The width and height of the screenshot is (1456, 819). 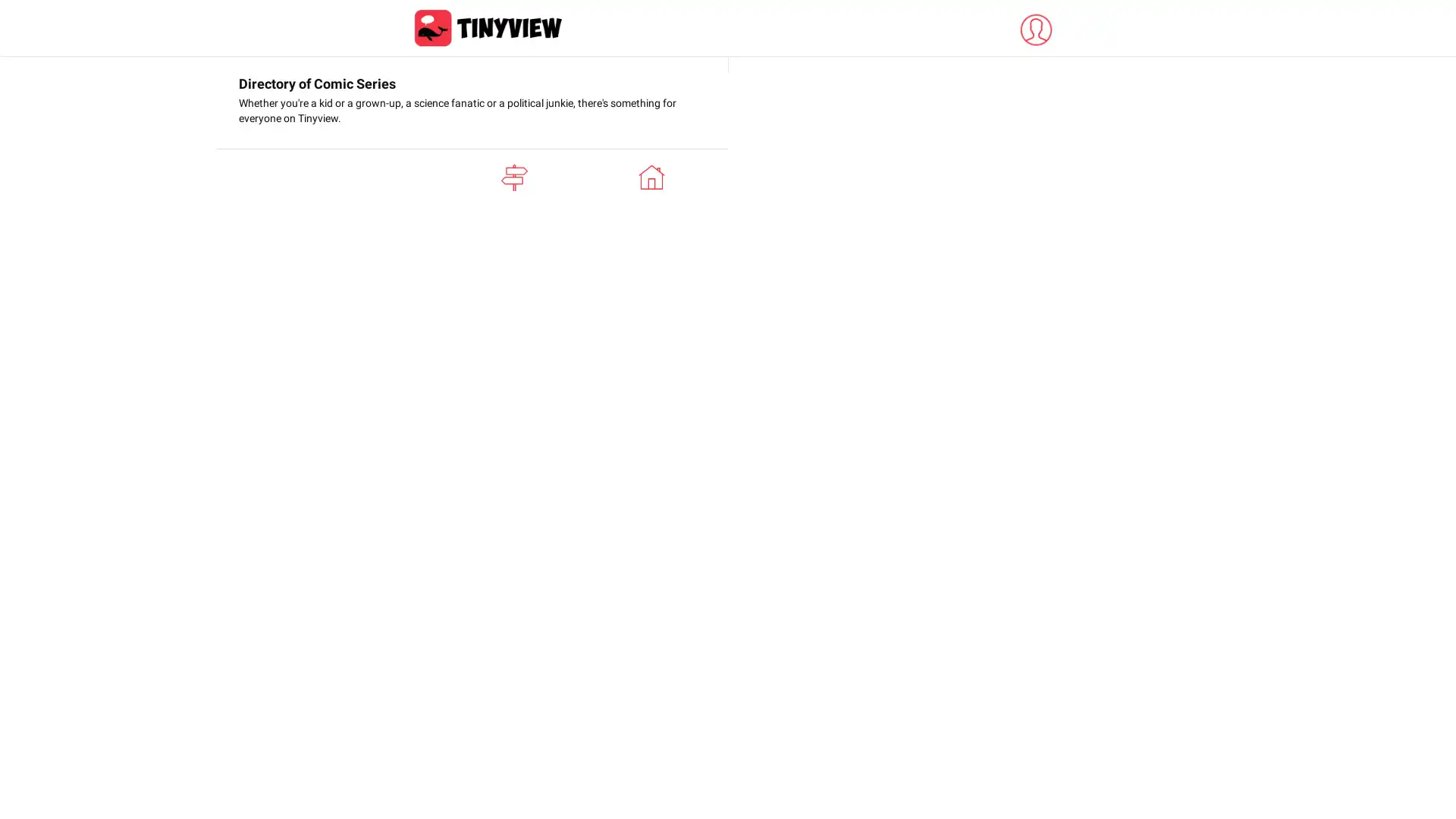 What do you see at coordinates (1034, 675) in the screenshot?
I see `Follow` at bounding box center [1034, 675].